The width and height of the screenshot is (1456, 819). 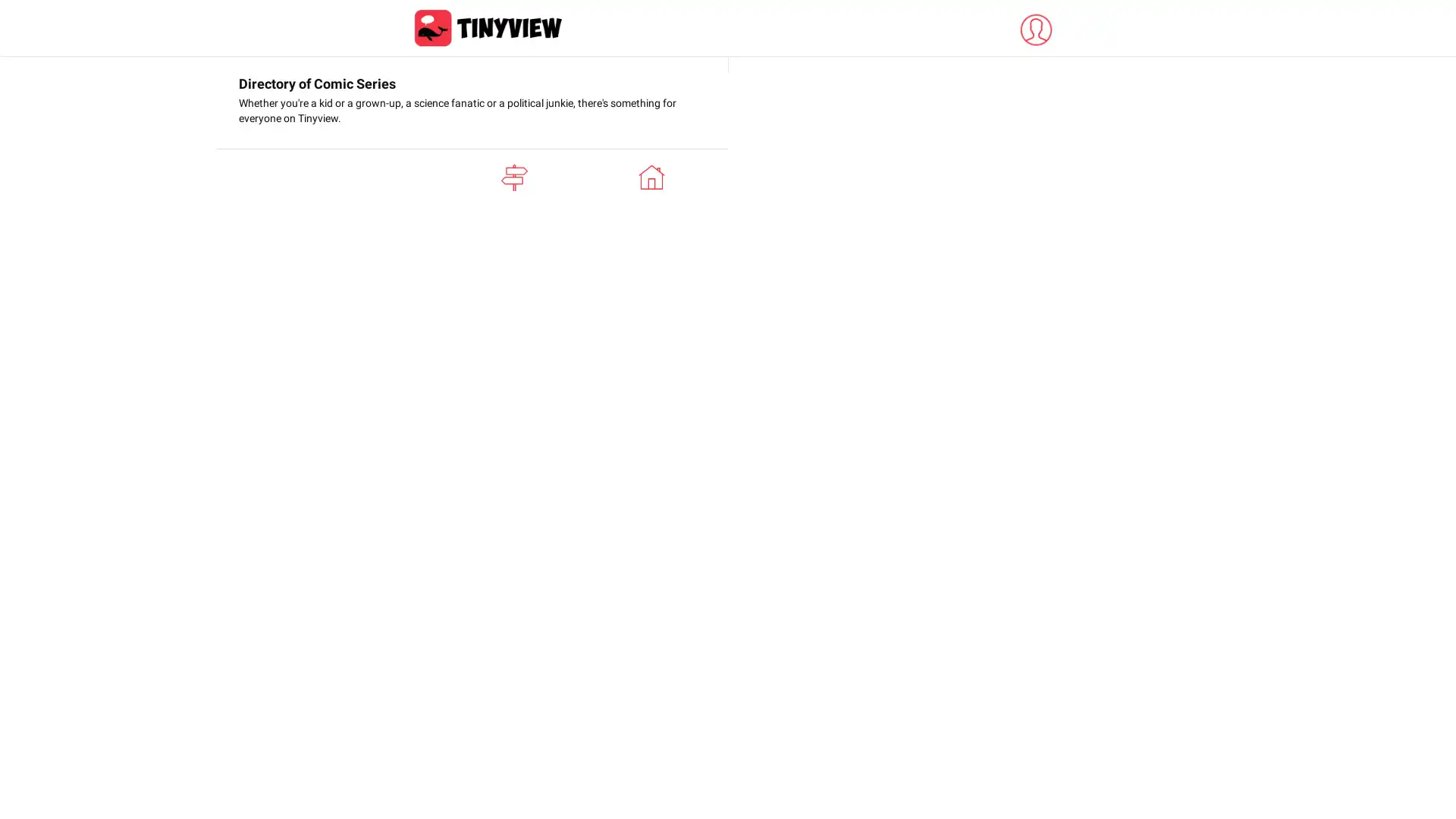 What do you see at coordinates (1034, 675) in the screenshot?
I see `Follow` at bounding box center [1034, 675].